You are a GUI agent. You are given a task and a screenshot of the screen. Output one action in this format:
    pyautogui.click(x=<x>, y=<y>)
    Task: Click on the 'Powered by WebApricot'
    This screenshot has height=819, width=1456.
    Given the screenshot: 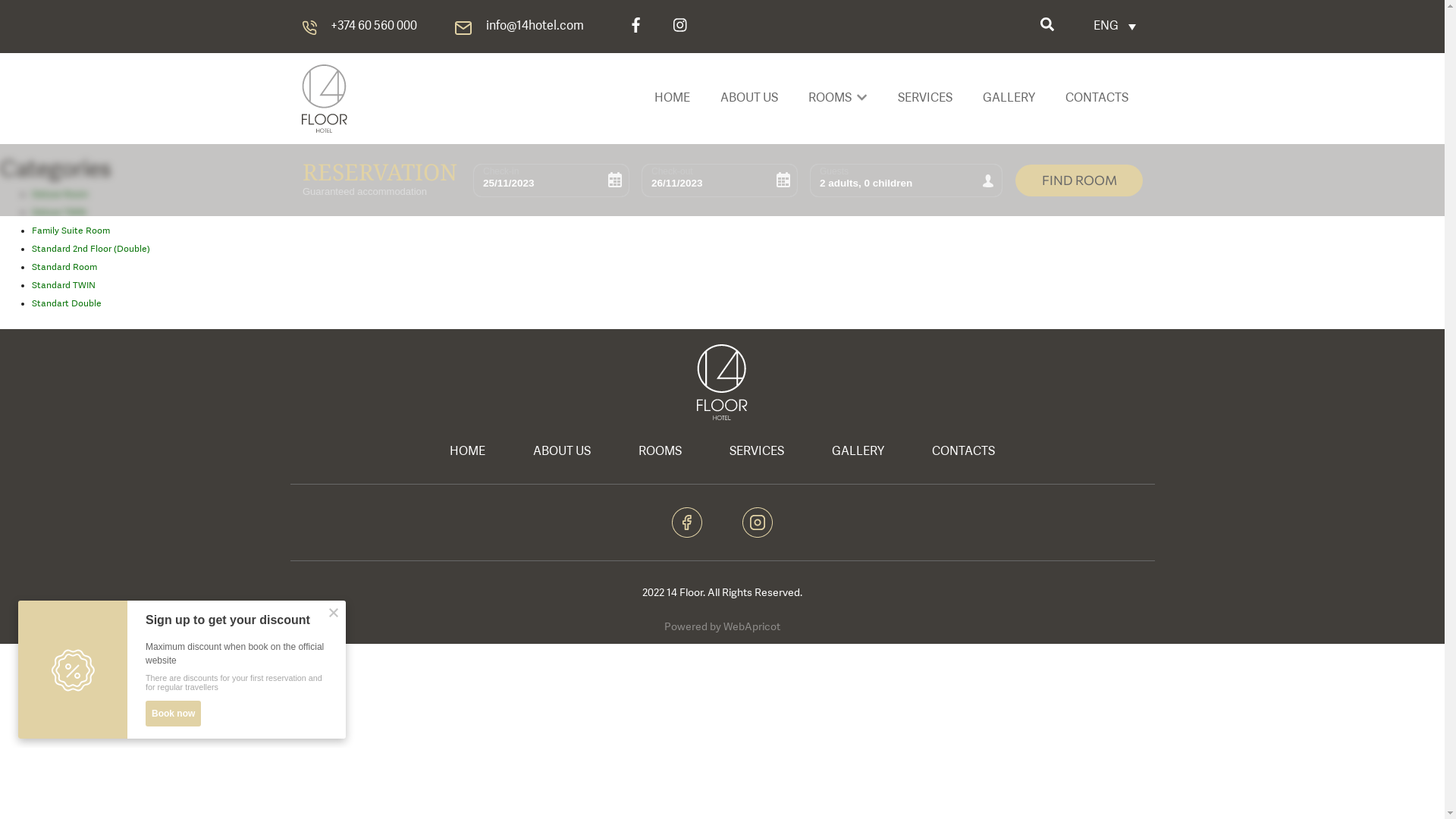 What is the action you would take?
    pyautogui.click(x=664, y=626)
    